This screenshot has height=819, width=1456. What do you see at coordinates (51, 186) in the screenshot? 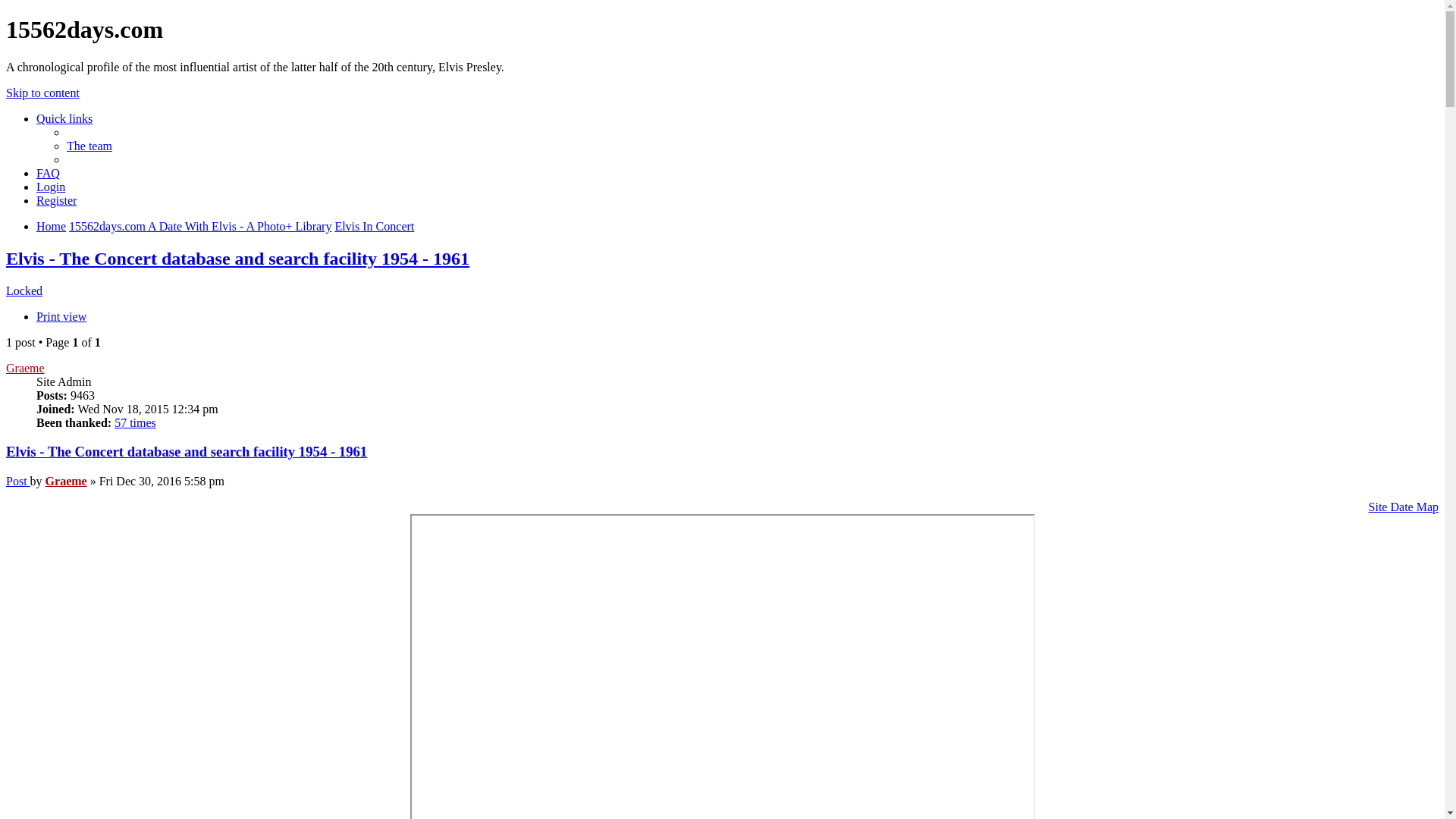
I see `'Login'` at bounding box center [51, 186].